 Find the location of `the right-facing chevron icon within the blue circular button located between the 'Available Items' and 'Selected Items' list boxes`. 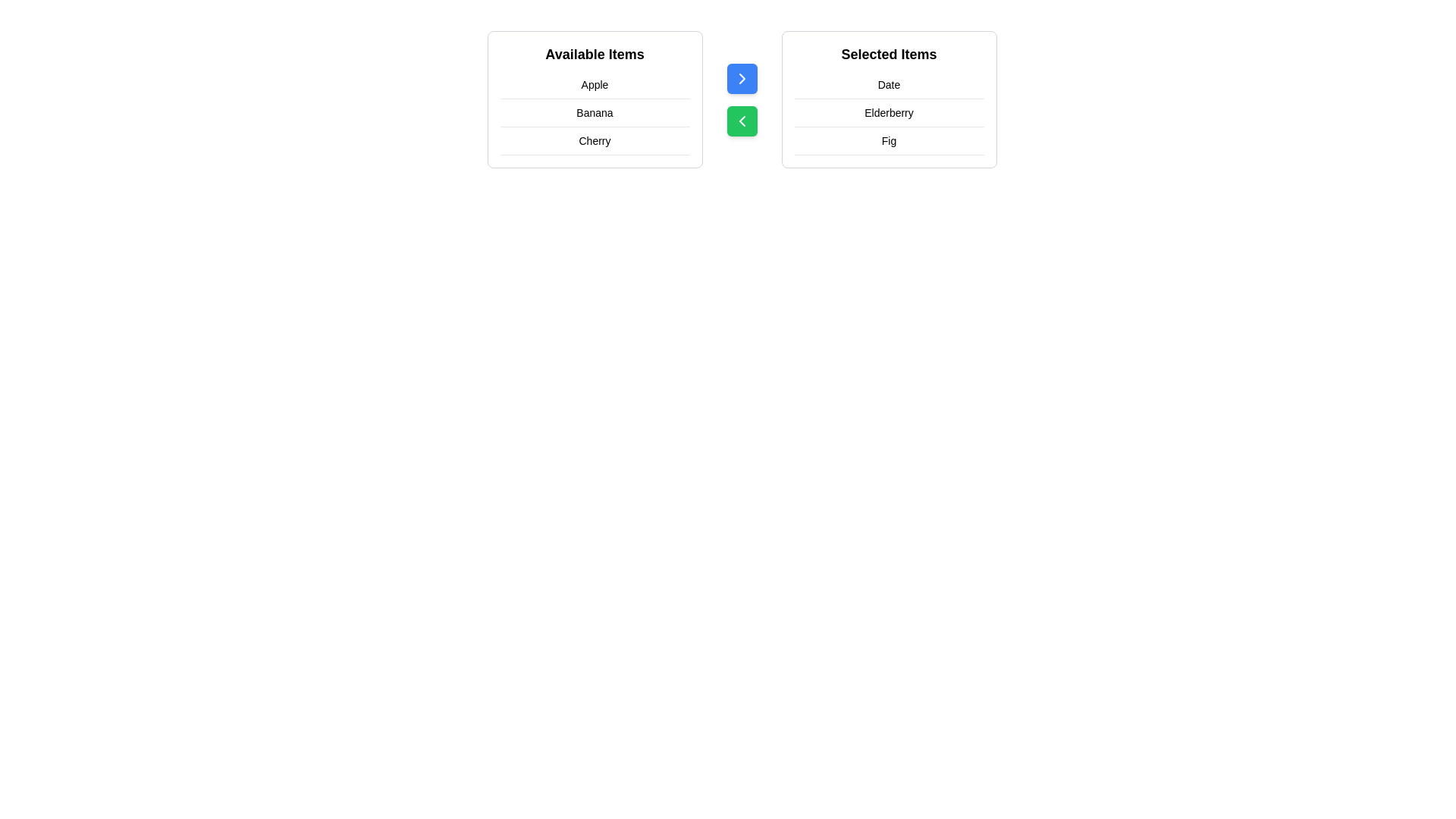

the right-facing chevron icon within the blue circular button located between the 'Available Items' and 'Selected Items' list boxes is located at coordinates (742, 78).